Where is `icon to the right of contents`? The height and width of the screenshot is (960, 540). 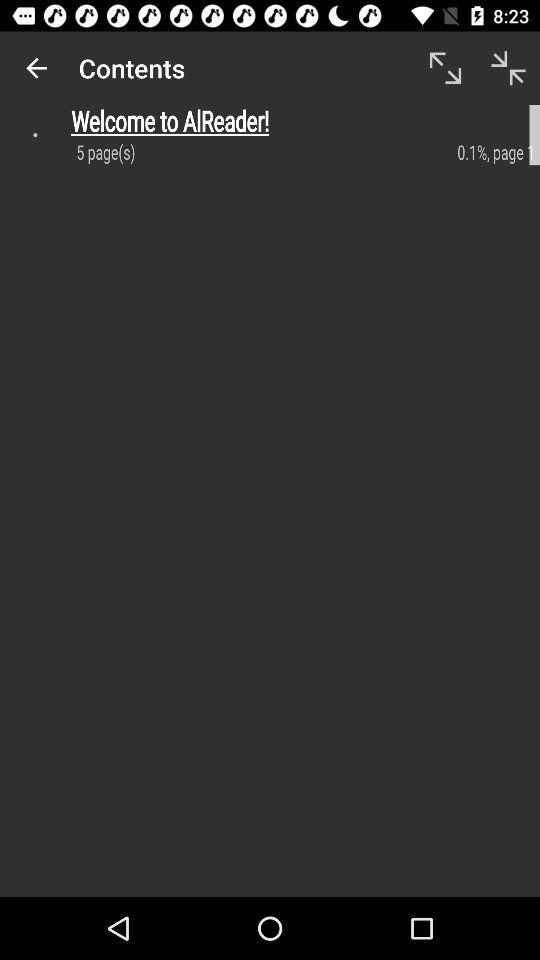
icon to the right of contents is located at coordinates (445, 68).